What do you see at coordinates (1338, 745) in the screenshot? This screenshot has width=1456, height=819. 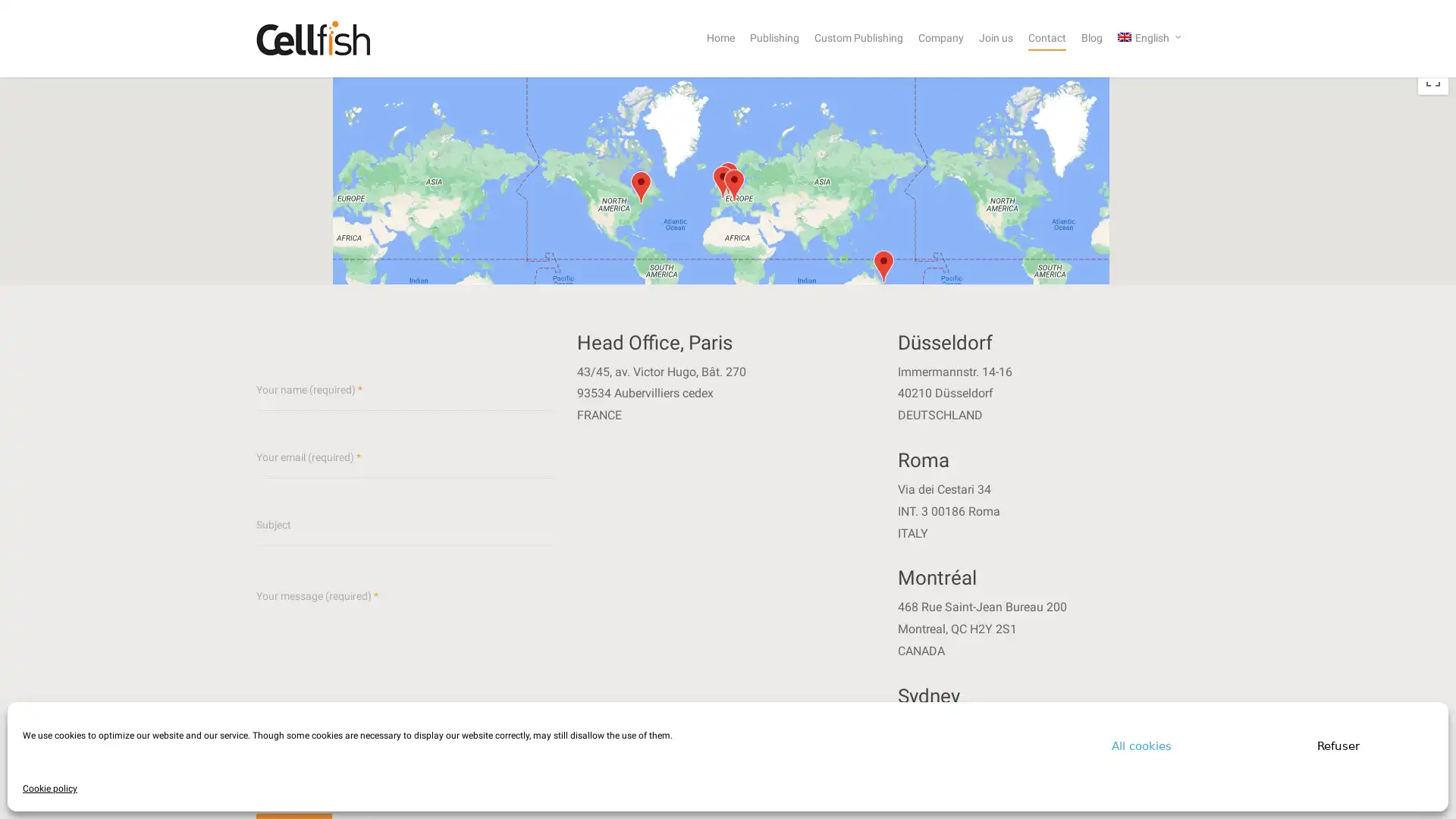 I see `Refuser` at bounding box center [1338, 745].